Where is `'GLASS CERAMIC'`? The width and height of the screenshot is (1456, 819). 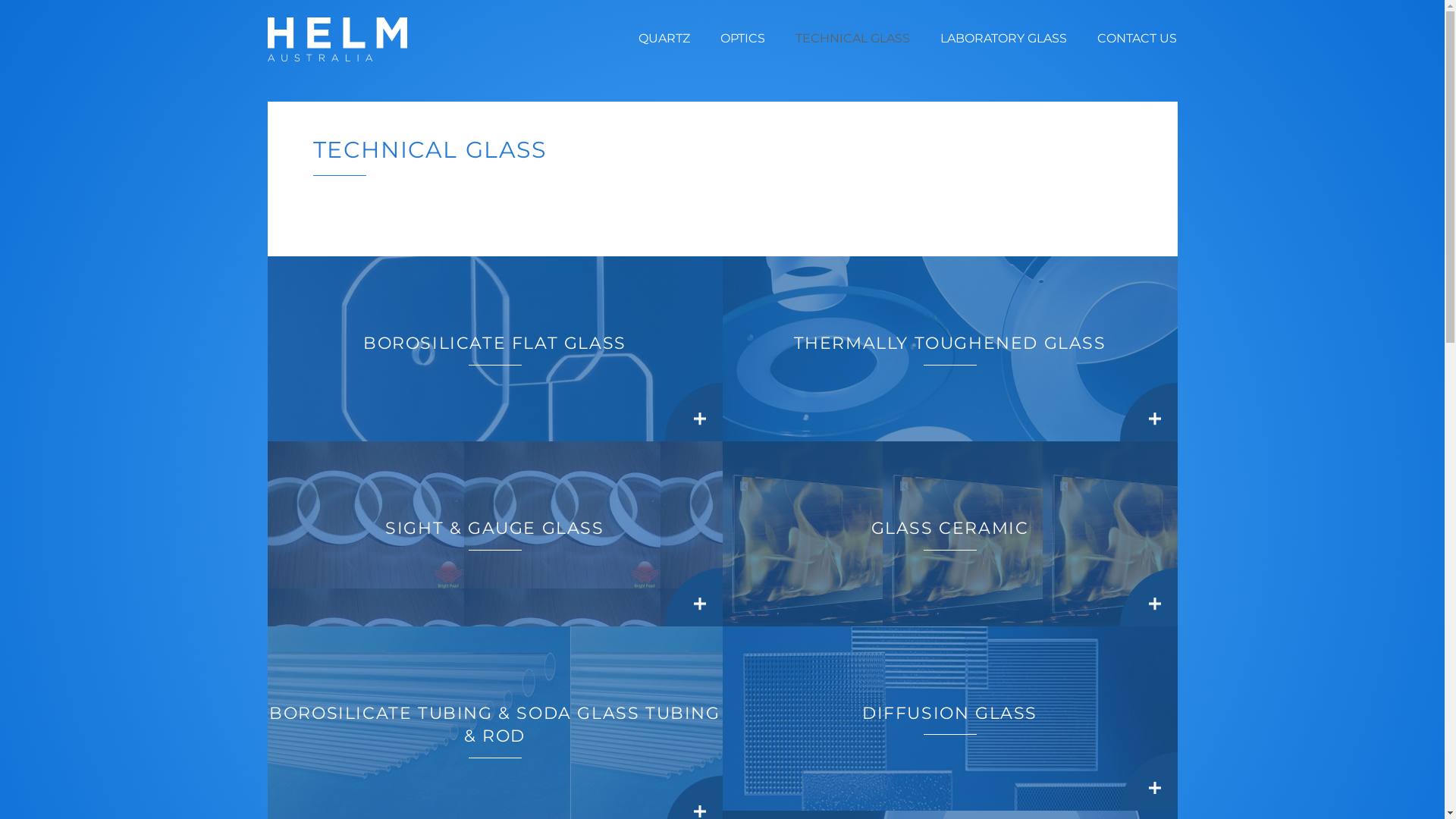 'GLASS CERAMIC' is located at coordinates (949, 533).